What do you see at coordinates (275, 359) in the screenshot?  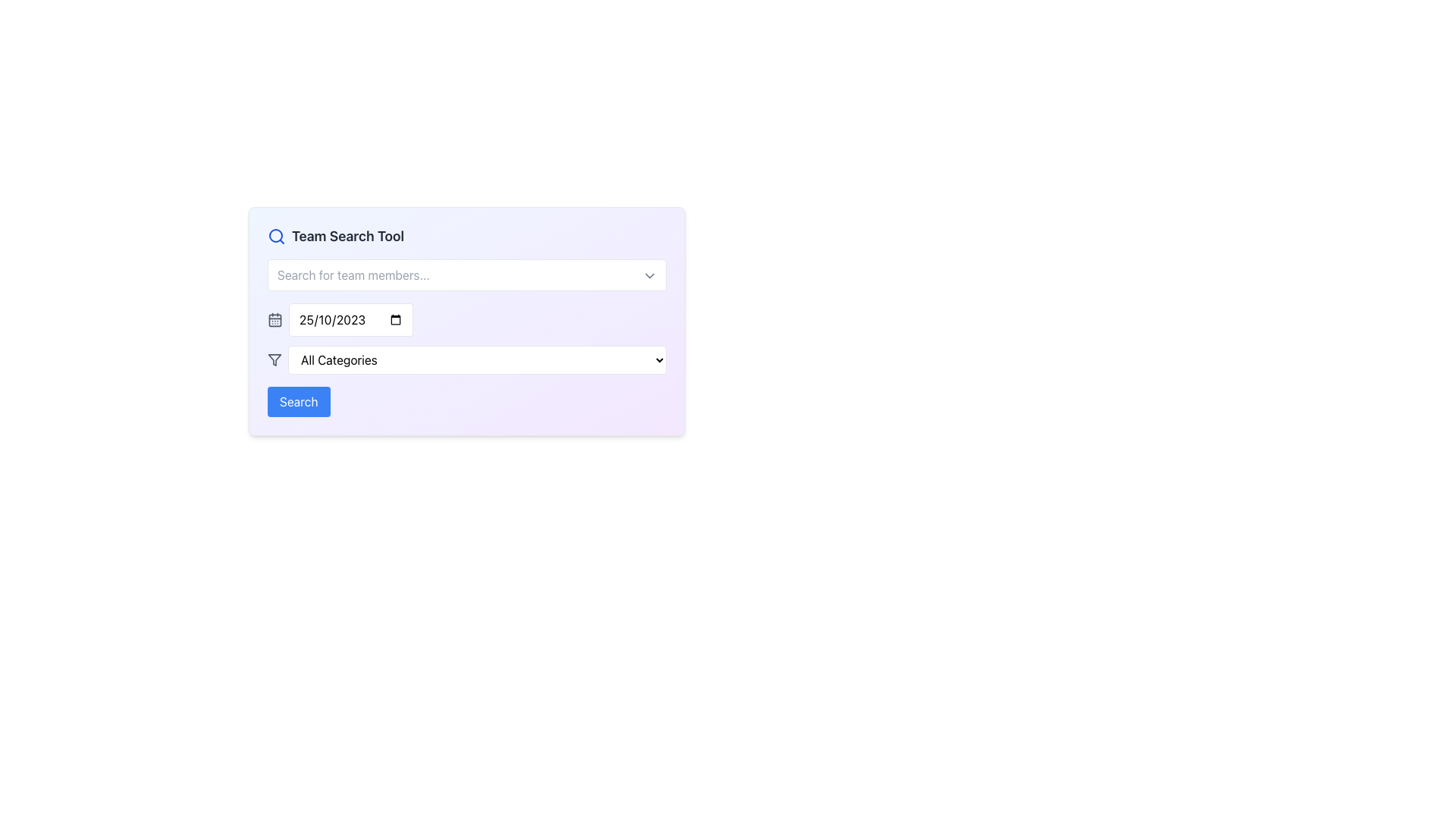 I see `the downward-pointing funnel icon with a gray outline located within the 'All Categories' dropdown` at bounding box center [275, 359].